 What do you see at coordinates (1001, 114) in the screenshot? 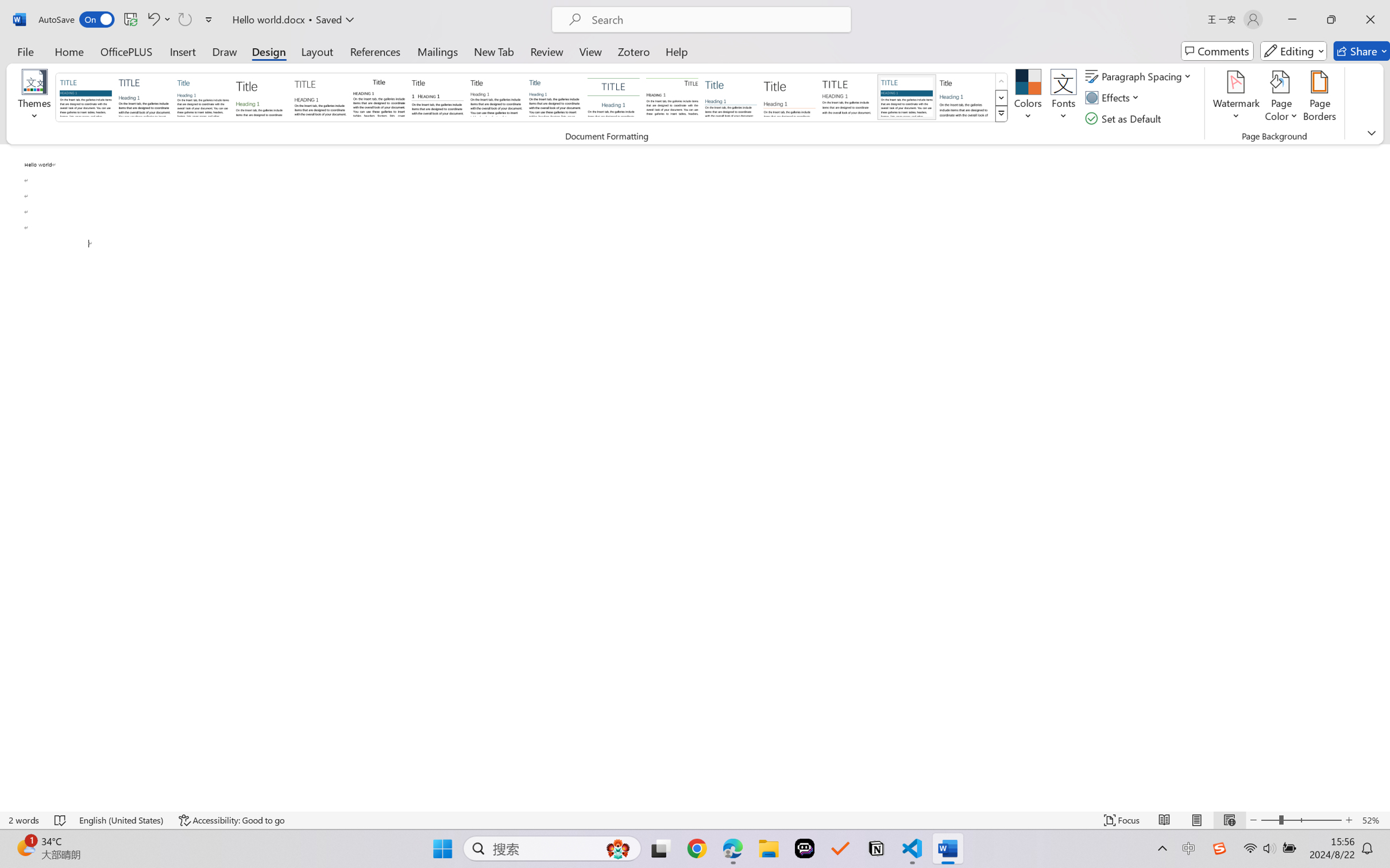
I see `'Style Set'` at bounding box center [1001, 114].